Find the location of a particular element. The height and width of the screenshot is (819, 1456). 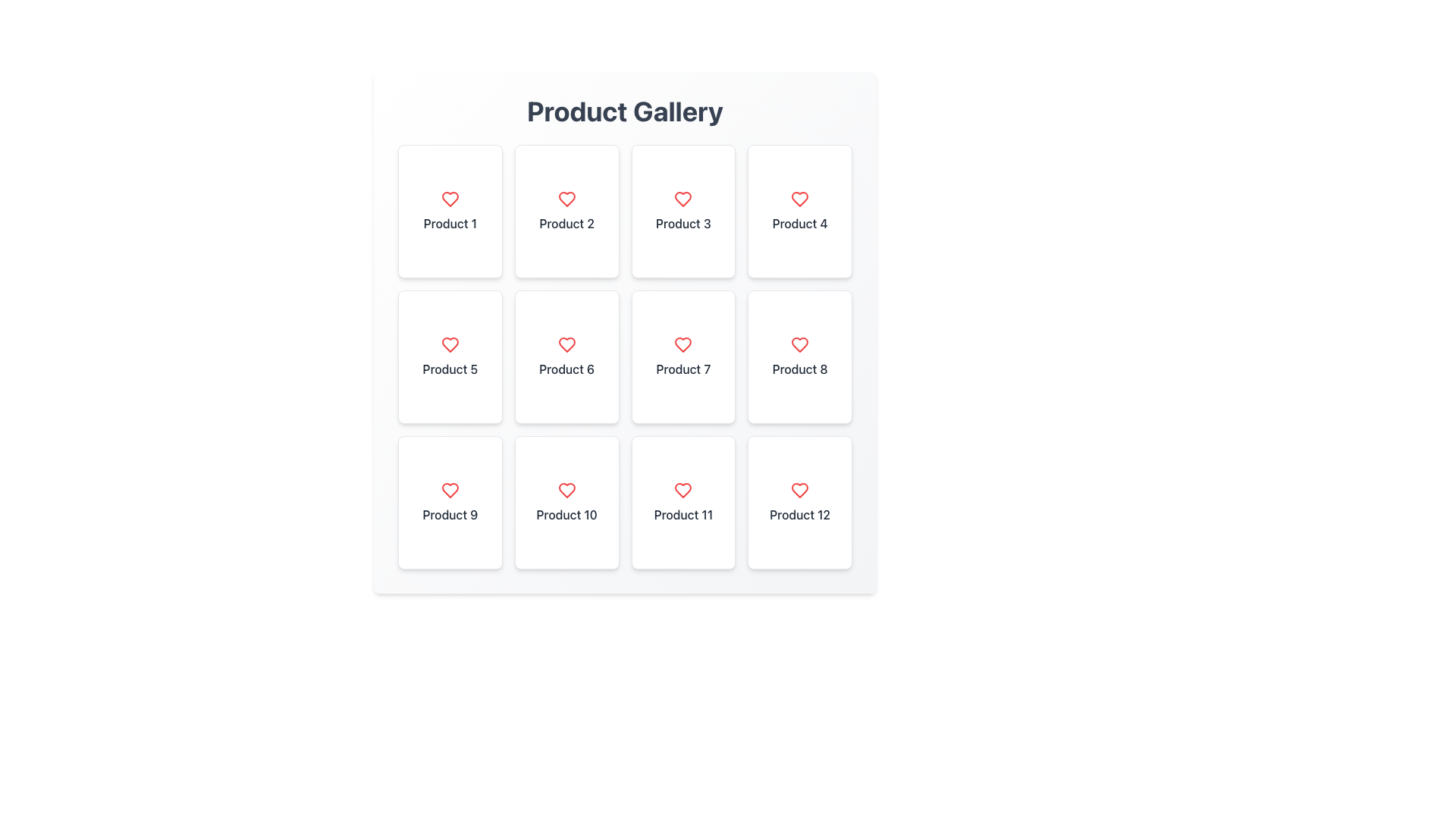

the product title text located at the bottom of the card in the third row, first column of the Product Gallery is located at coordinates (449, 513).